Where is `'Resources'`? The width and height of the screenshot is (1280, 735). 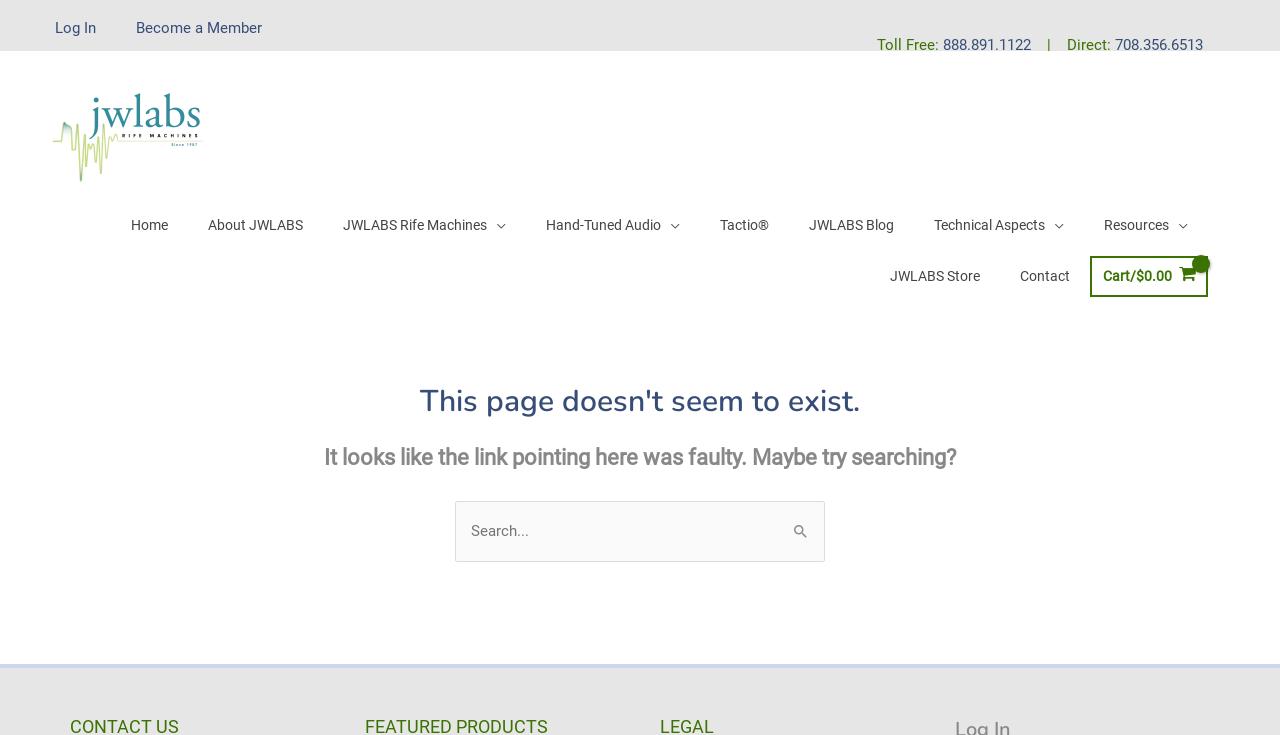
'Resources' is located at coordinates (1135, 223).